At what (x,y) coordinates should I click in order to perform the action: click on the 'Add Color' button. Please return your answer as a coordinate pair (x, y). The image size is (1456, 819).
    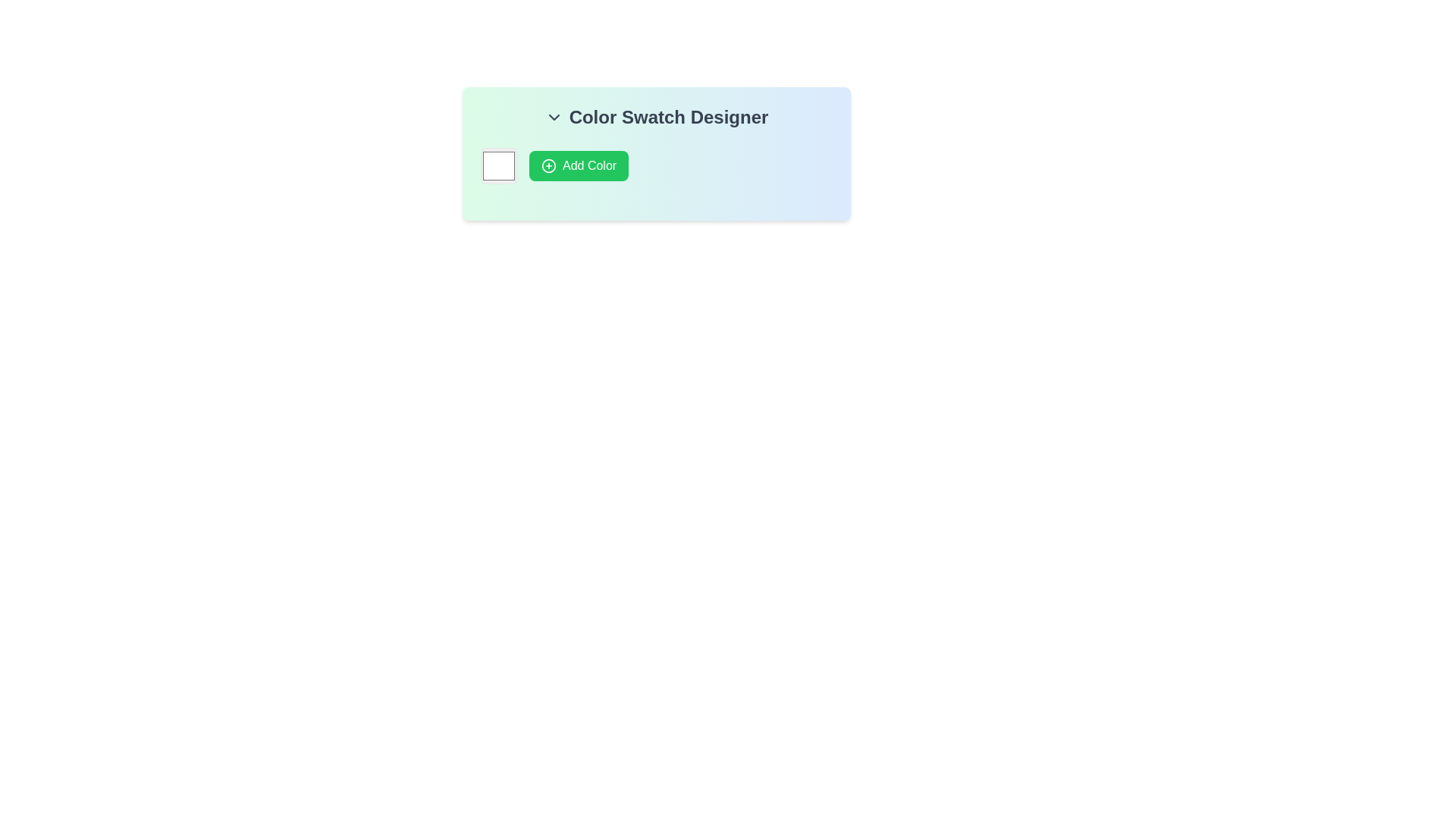
    Looking at the image, I should click on (578, 166).